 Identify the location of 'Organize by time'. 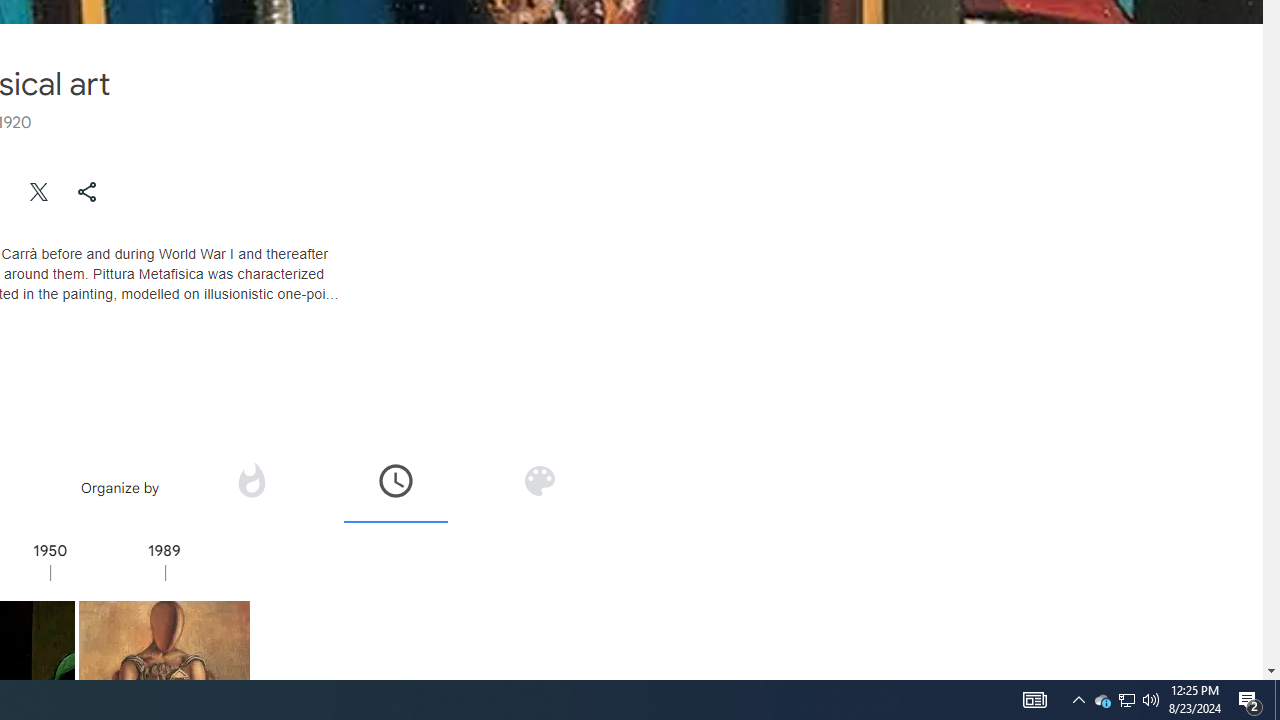
(395, 480).